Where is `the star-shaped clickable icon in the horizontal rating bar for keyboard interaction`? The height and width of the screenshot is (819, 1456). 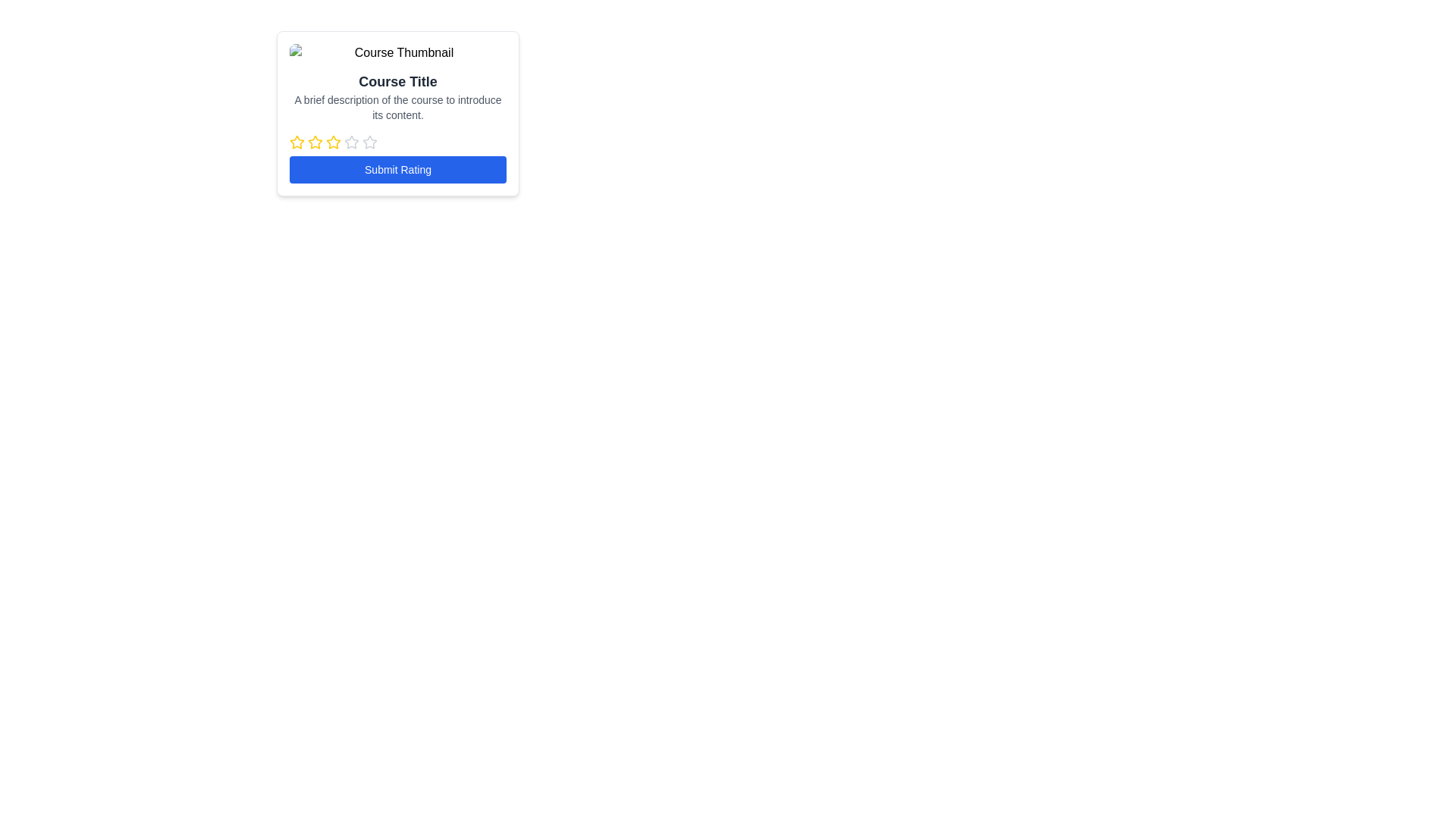 the star-shaped clickable icon in the horizontal rating bar for keyboard interaction is located at coordinates (351, 142).